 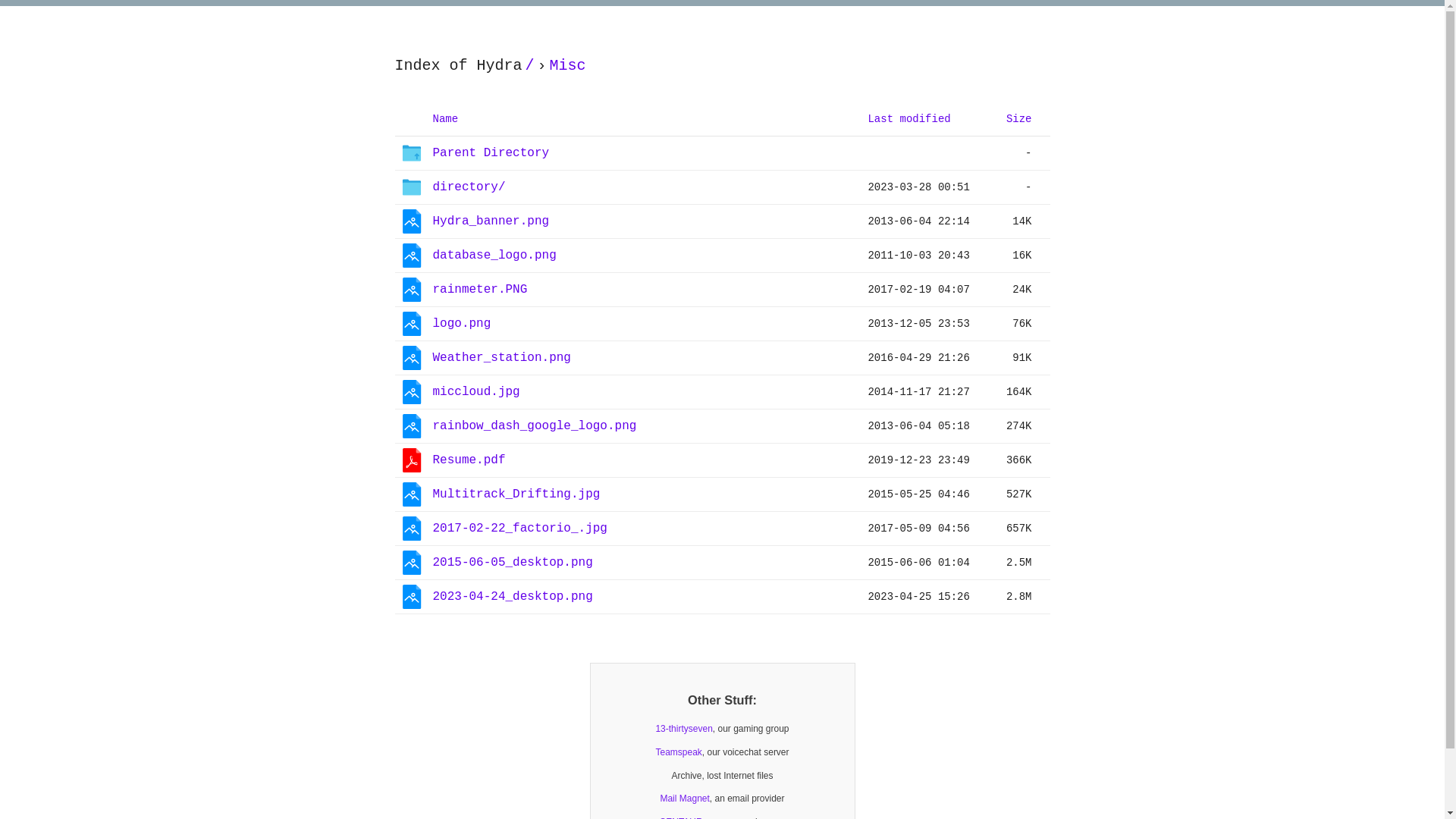 I want to click on 'Name', so click(x=444, y=118).